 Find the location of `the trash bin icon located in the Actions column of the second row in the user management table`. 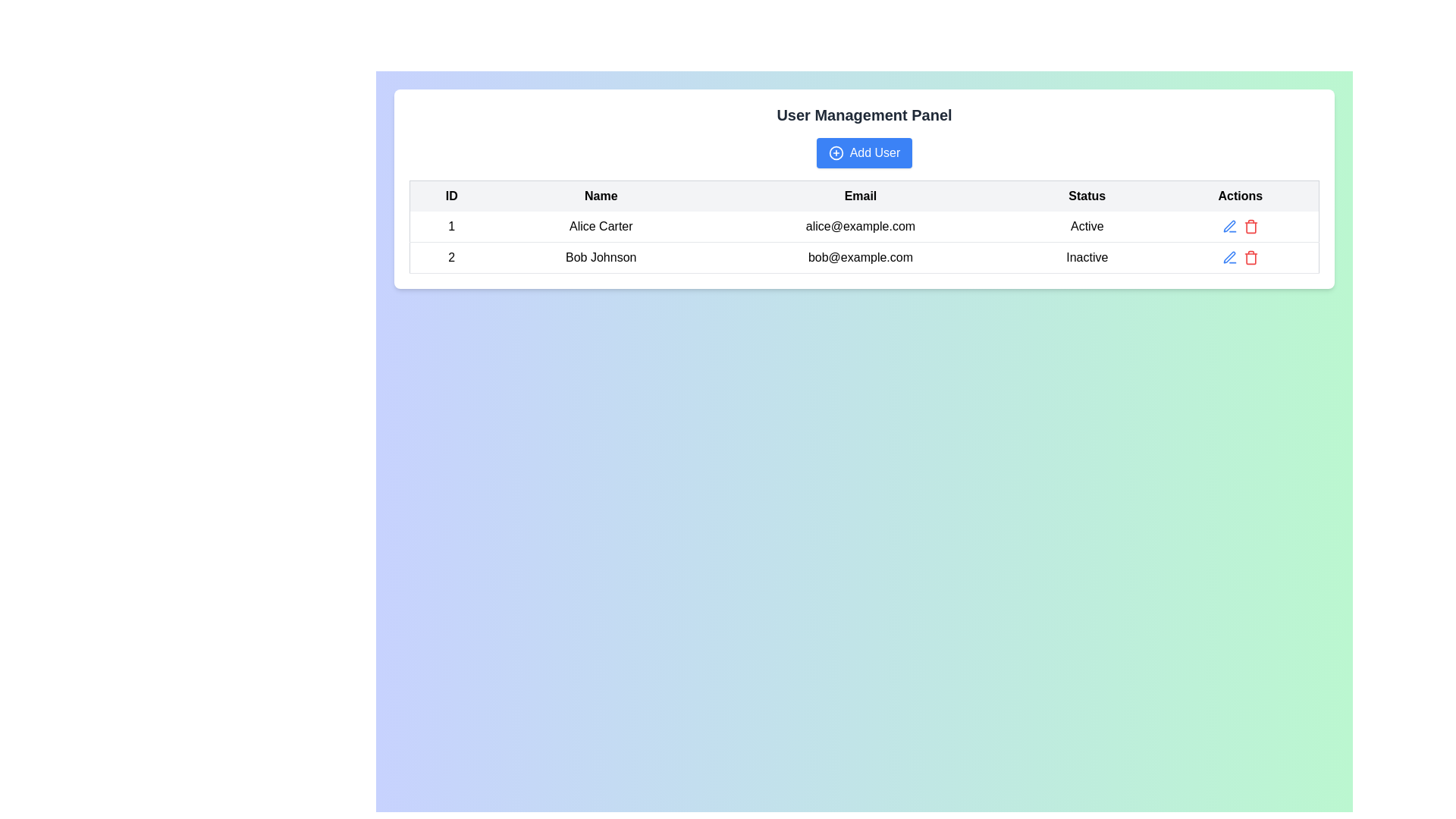

the trash bin icon located in the Actions column of the second row in the user management table is located at coordinates (1250, 258).